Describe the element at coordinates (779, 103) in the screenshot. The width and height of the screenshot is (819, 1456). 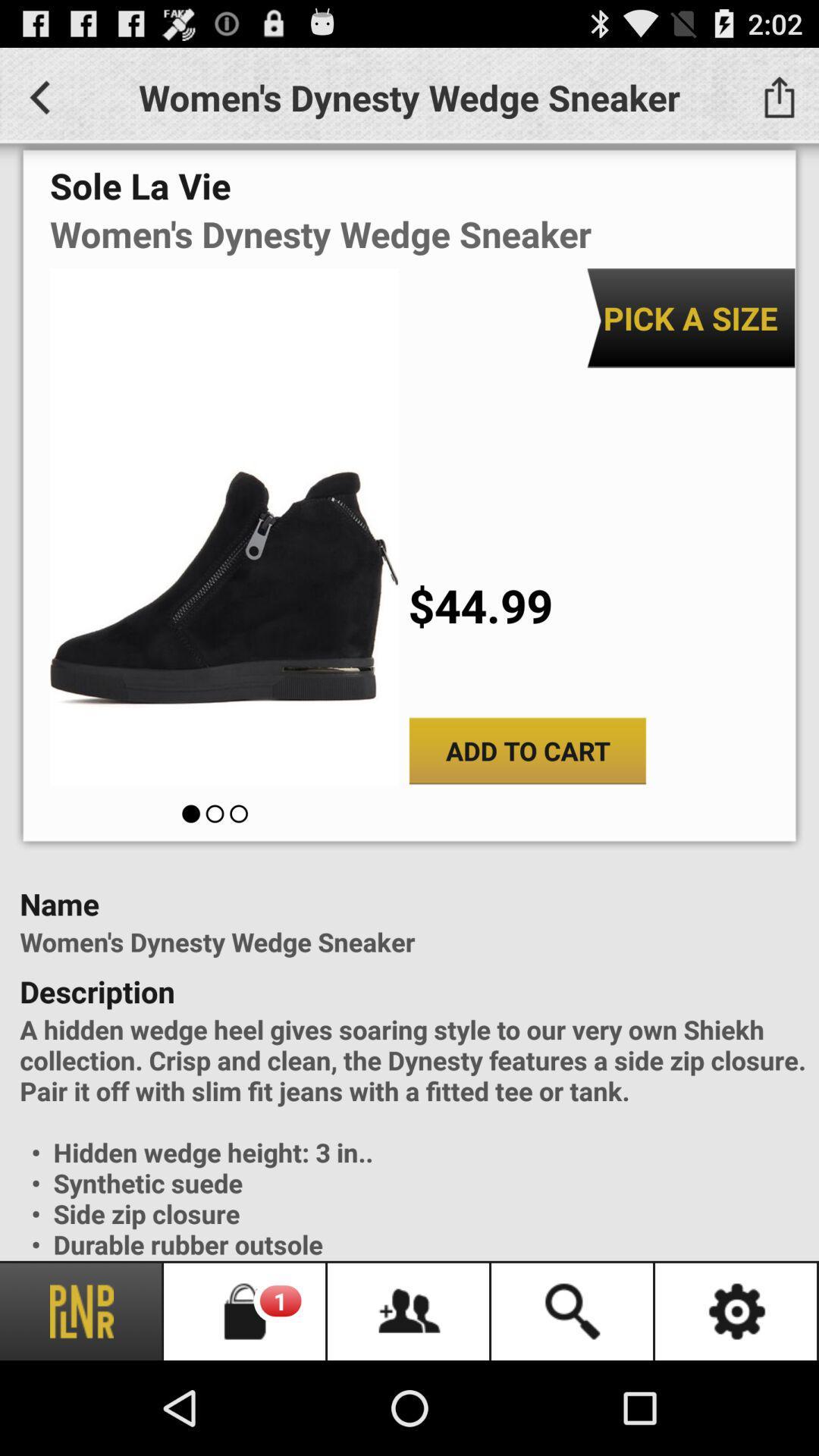
I see `the share icon` at that location.